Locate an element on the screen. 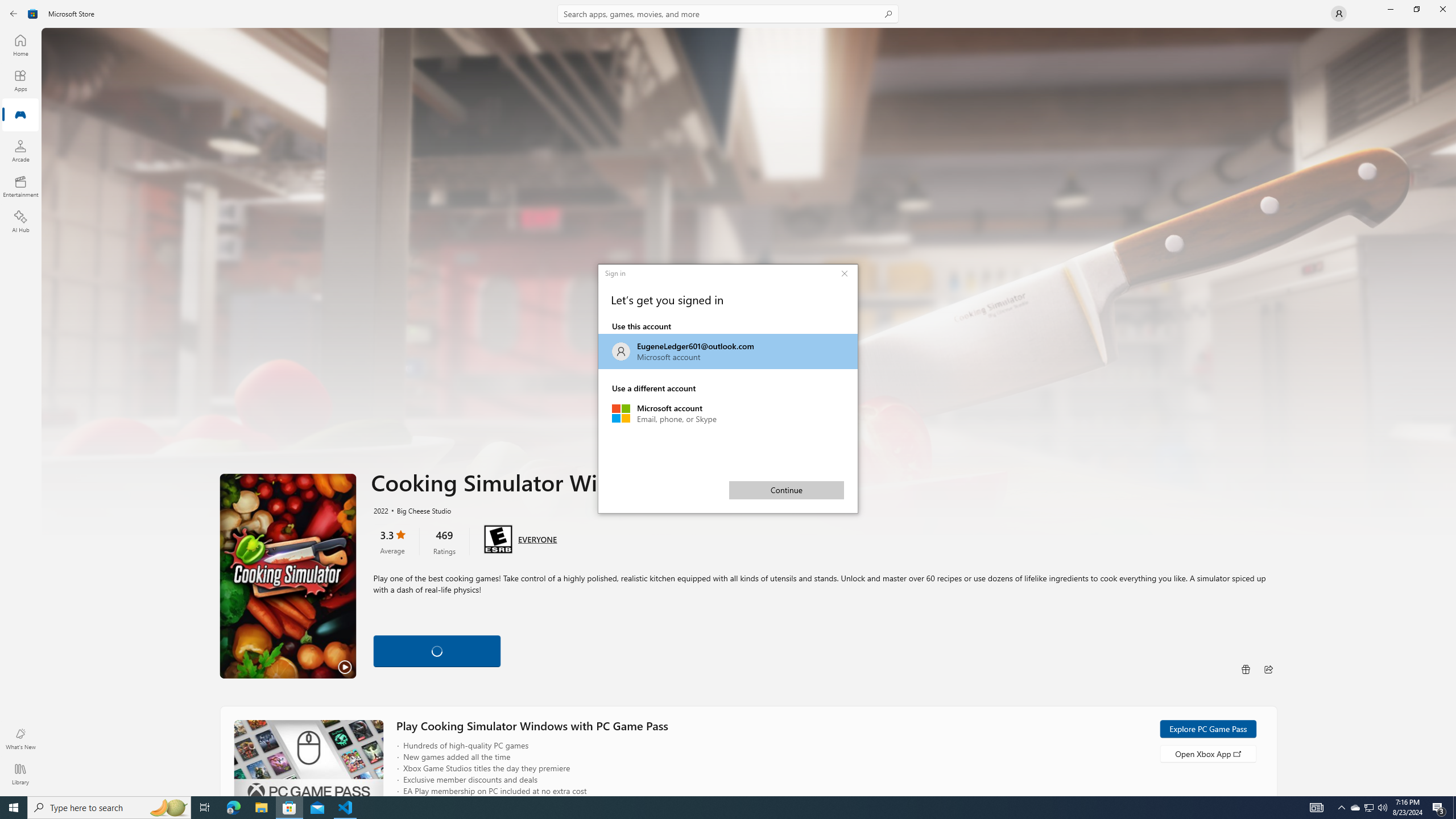 Image resolution: width=1456 pixels, height=819 pixels. 'Age rating: EVERYONE. Click for more information.' is located at coordinates (536, 538).